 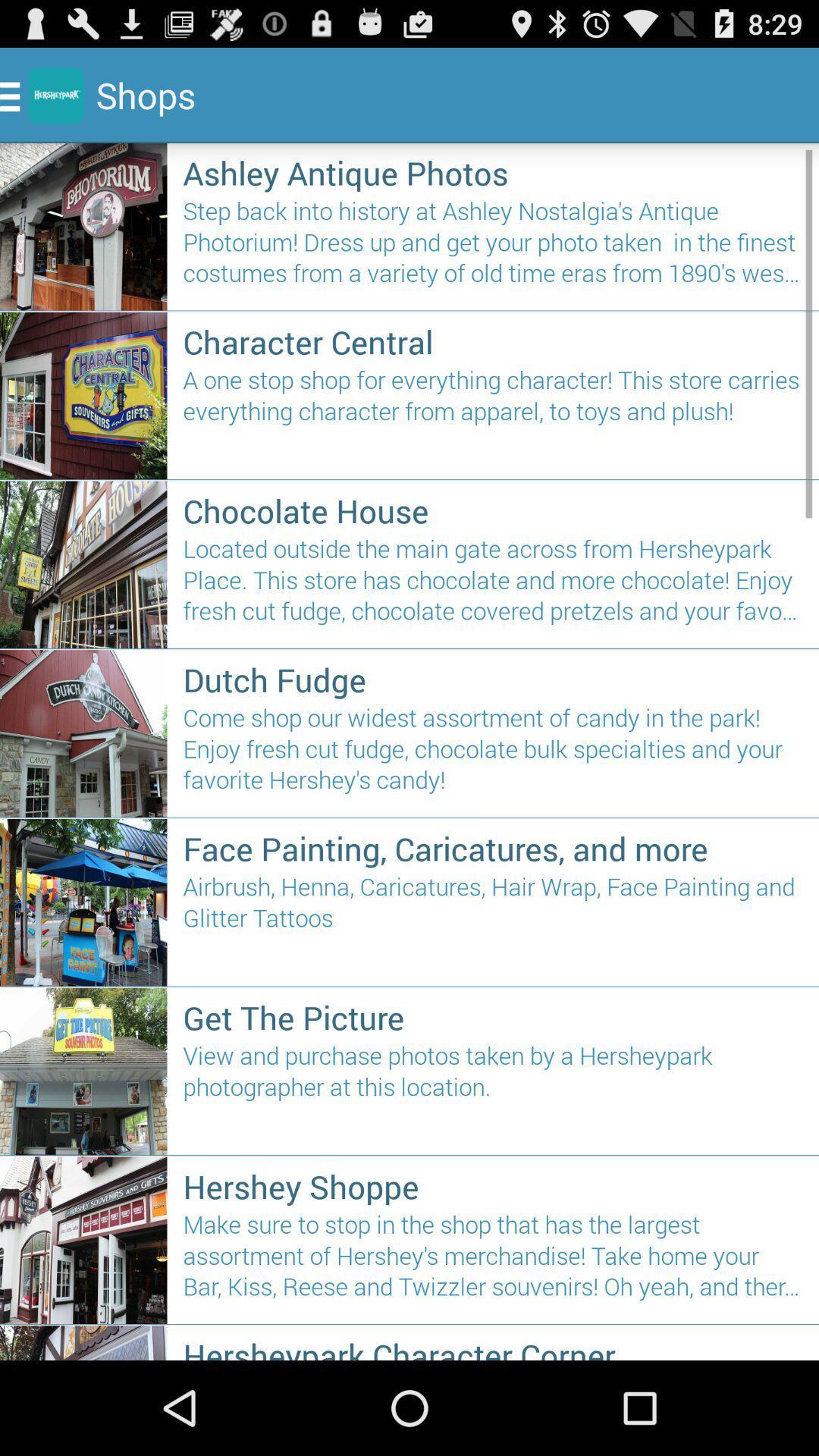 I want to click on the dutch fudge item, so click(x=493, y=679).